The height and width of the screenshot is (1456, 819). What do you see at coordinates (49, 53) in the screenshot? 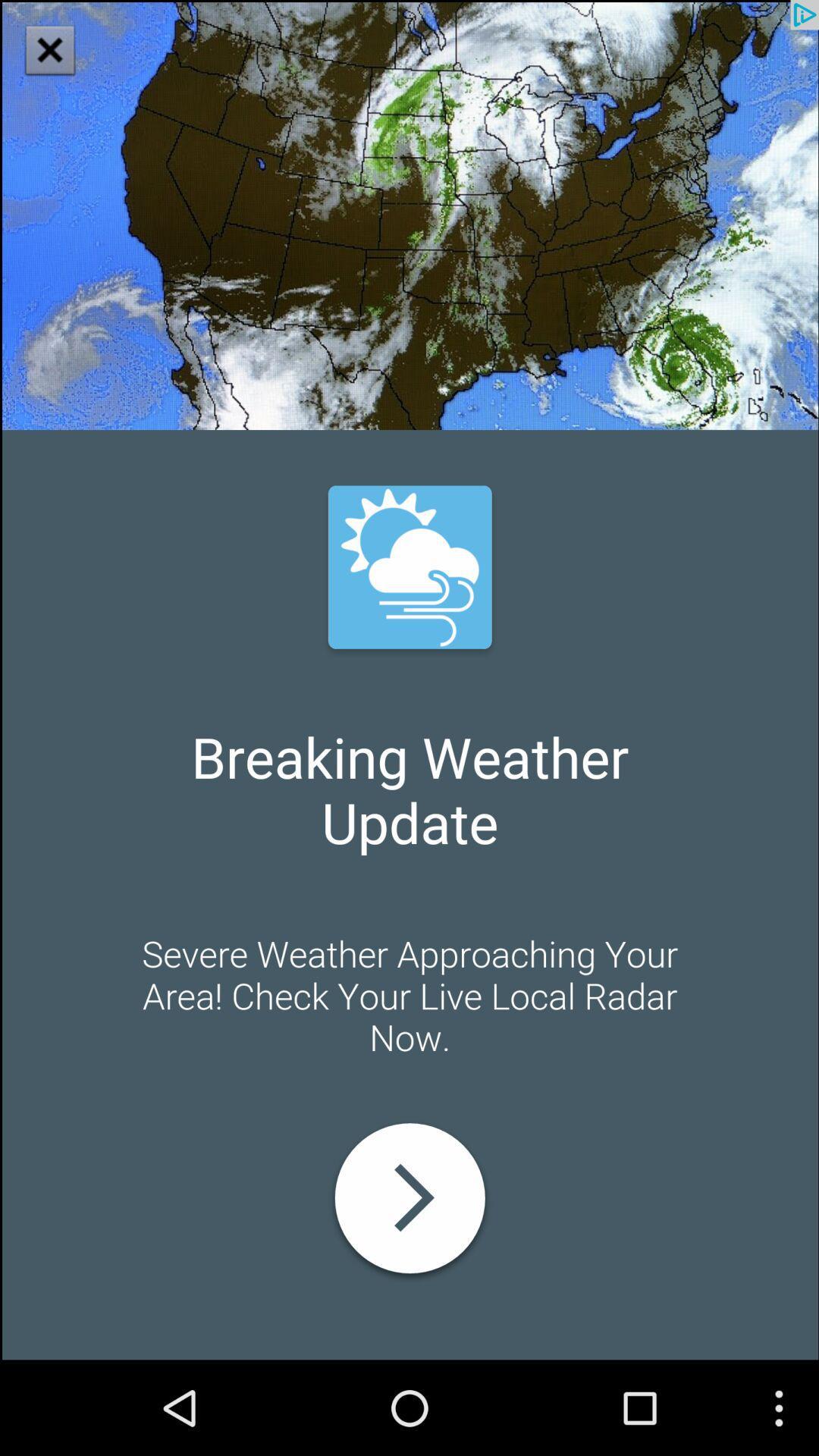
I see `the close icon` at bounding box center [49, 53].